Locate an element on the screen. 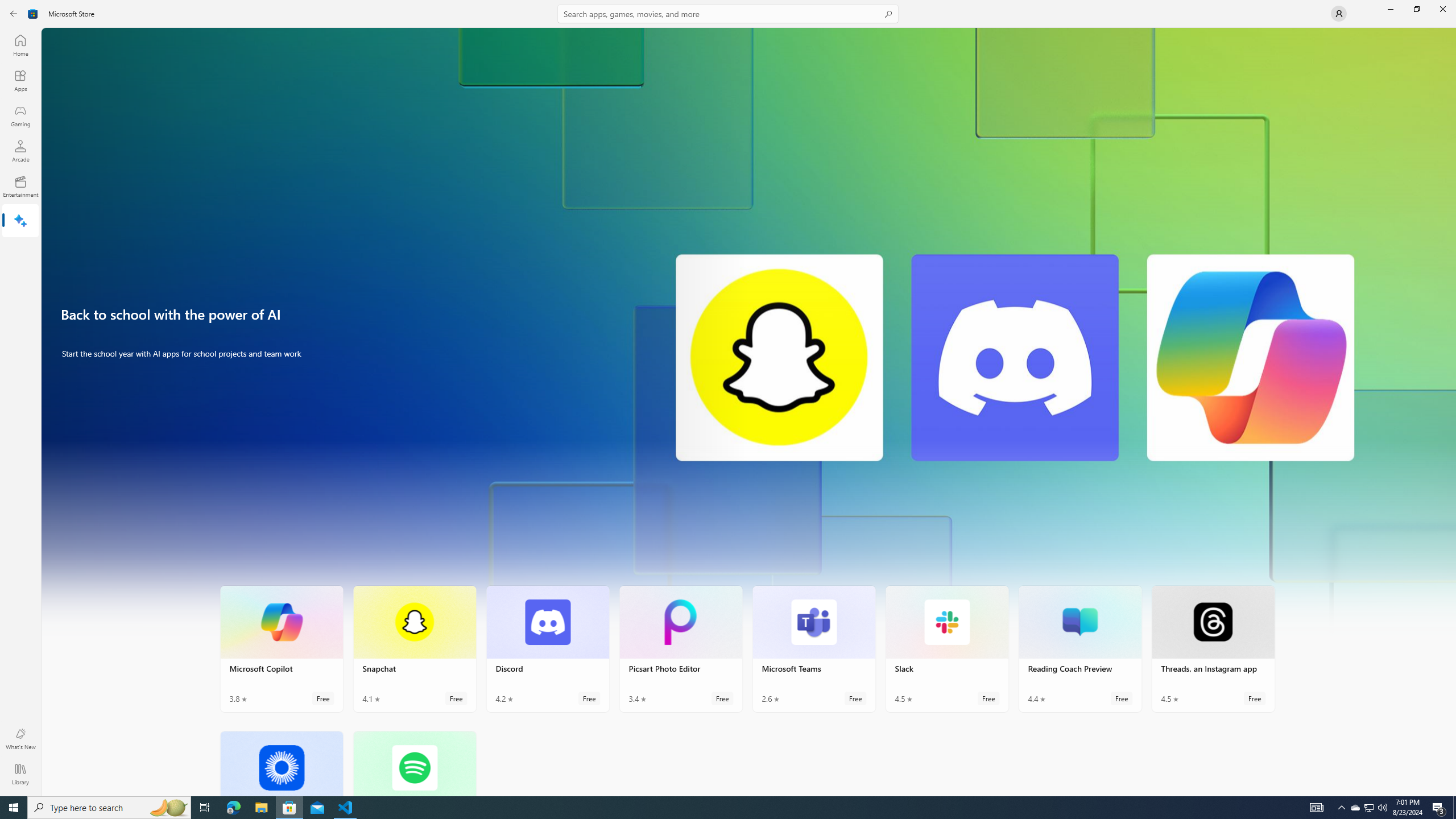 The image size is (1456, 819). 'Discord. Average rating of 4.2 out of five stars. Free  ' is located at coordinates (547, 649).